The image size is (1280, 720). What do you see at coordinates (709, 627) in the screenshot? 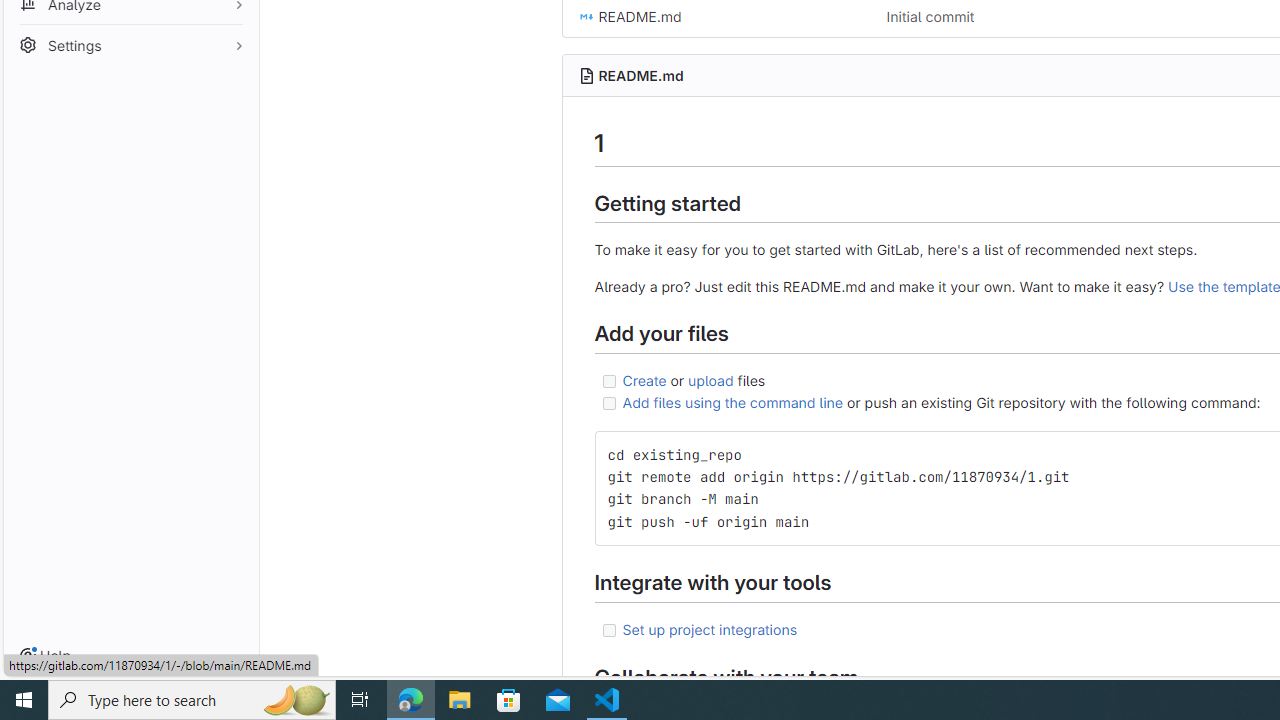
I see `'Set up project integrations'` at bounding box center [709, 627].